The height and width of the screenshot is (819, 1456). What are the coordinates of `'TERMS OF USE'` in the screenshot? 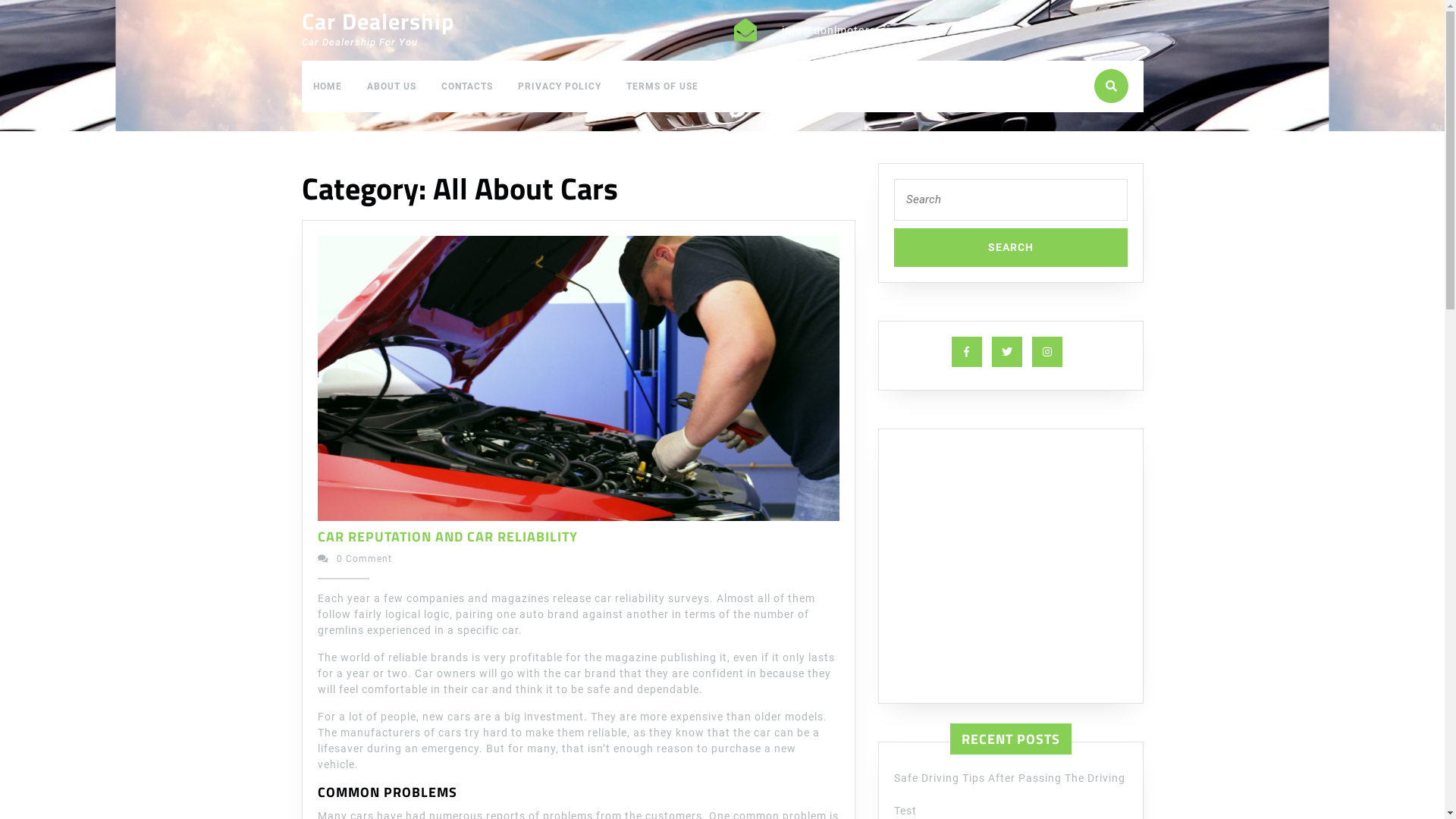 It's located at (661, 86).